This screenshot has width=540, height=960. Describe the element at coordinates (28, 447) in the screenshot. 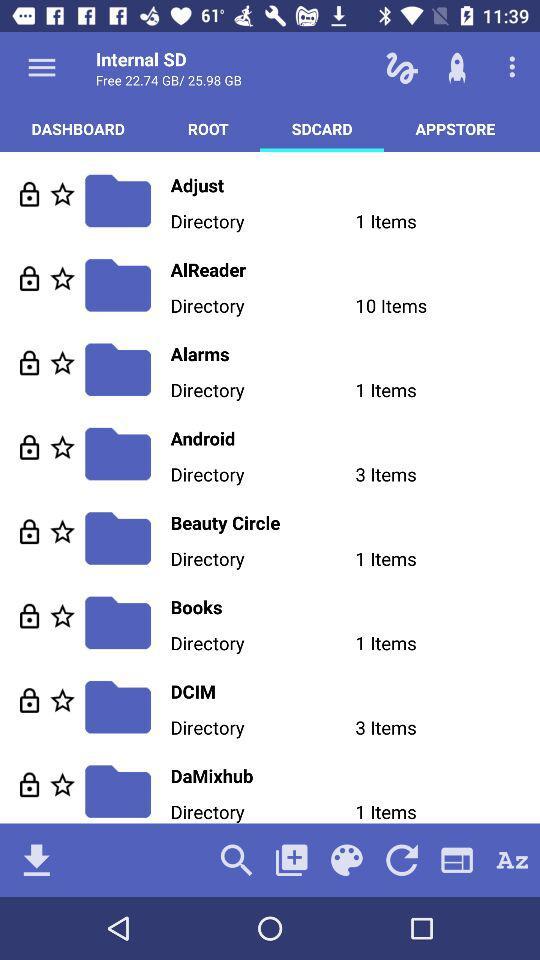

I see `folder lock` at that location.